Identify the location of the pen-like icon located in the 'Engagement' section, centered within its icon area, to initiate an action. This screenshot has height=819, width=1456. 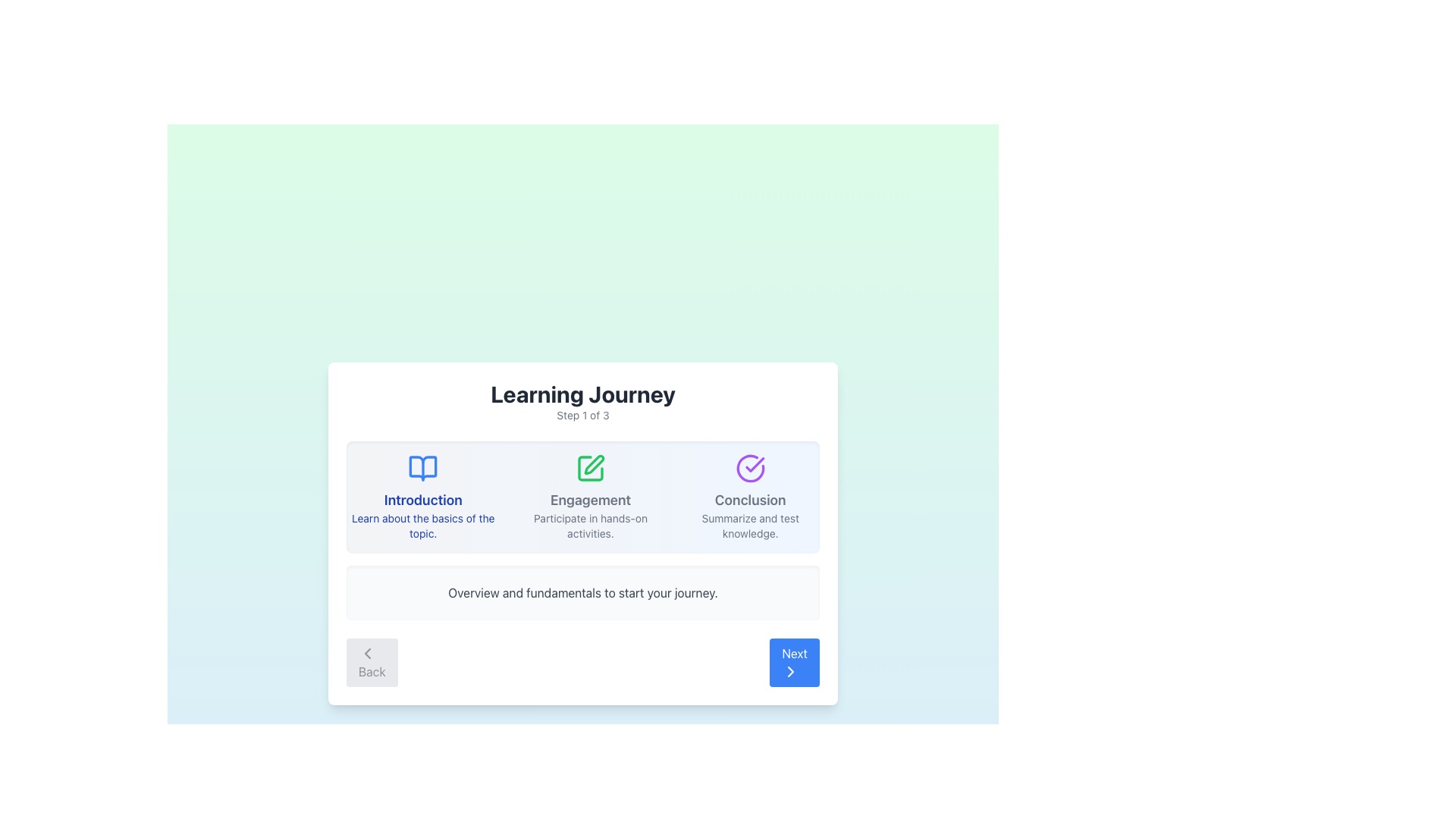
(593, 464).